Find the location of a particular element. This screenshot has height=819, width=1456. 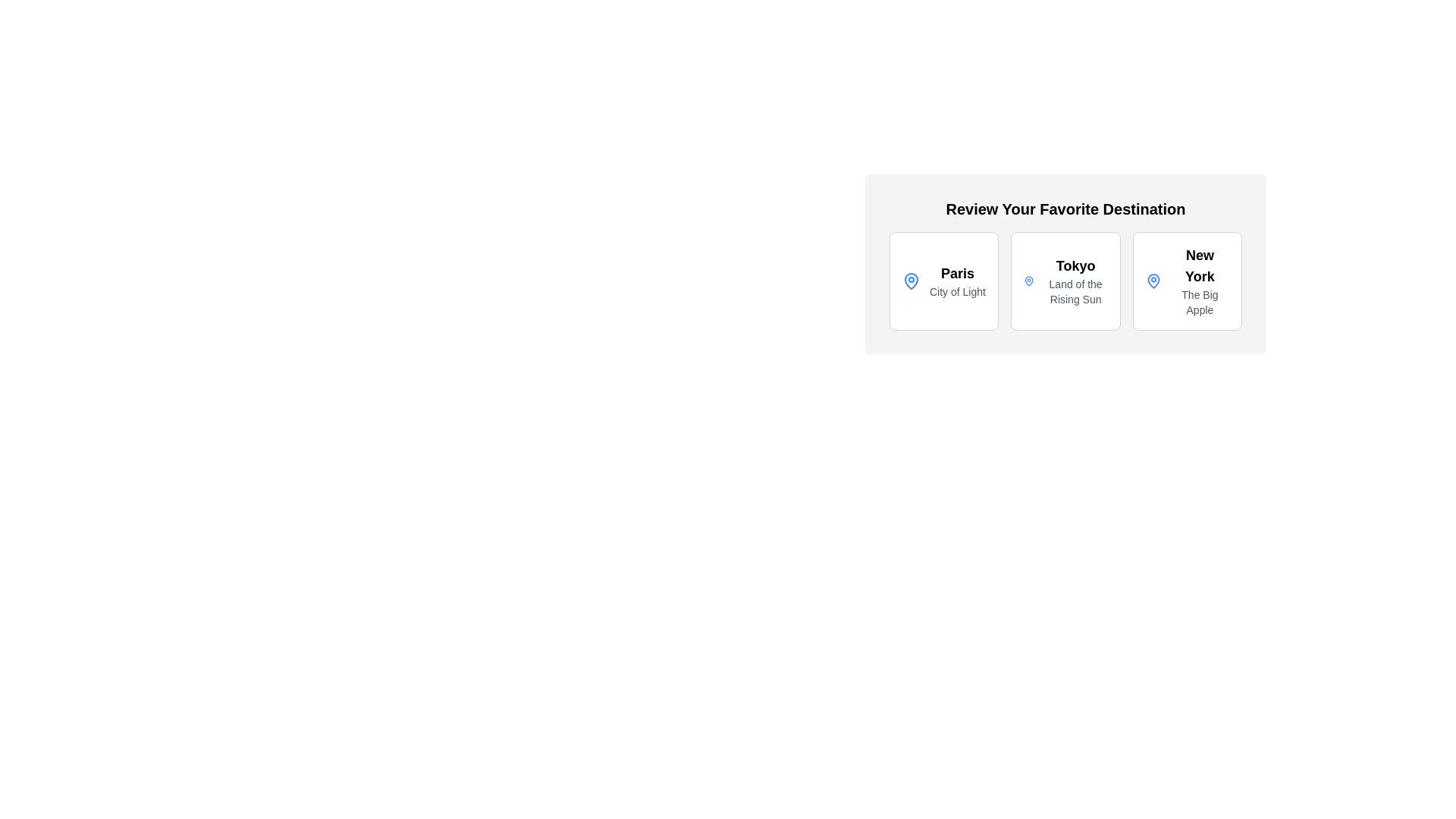

the button-like card labeled 'New York' which features a blue map pin icon and the text 'The Big Apple', located at the far right of a horizontal arrangement of similar elements is located at coordinates (1186, 281).